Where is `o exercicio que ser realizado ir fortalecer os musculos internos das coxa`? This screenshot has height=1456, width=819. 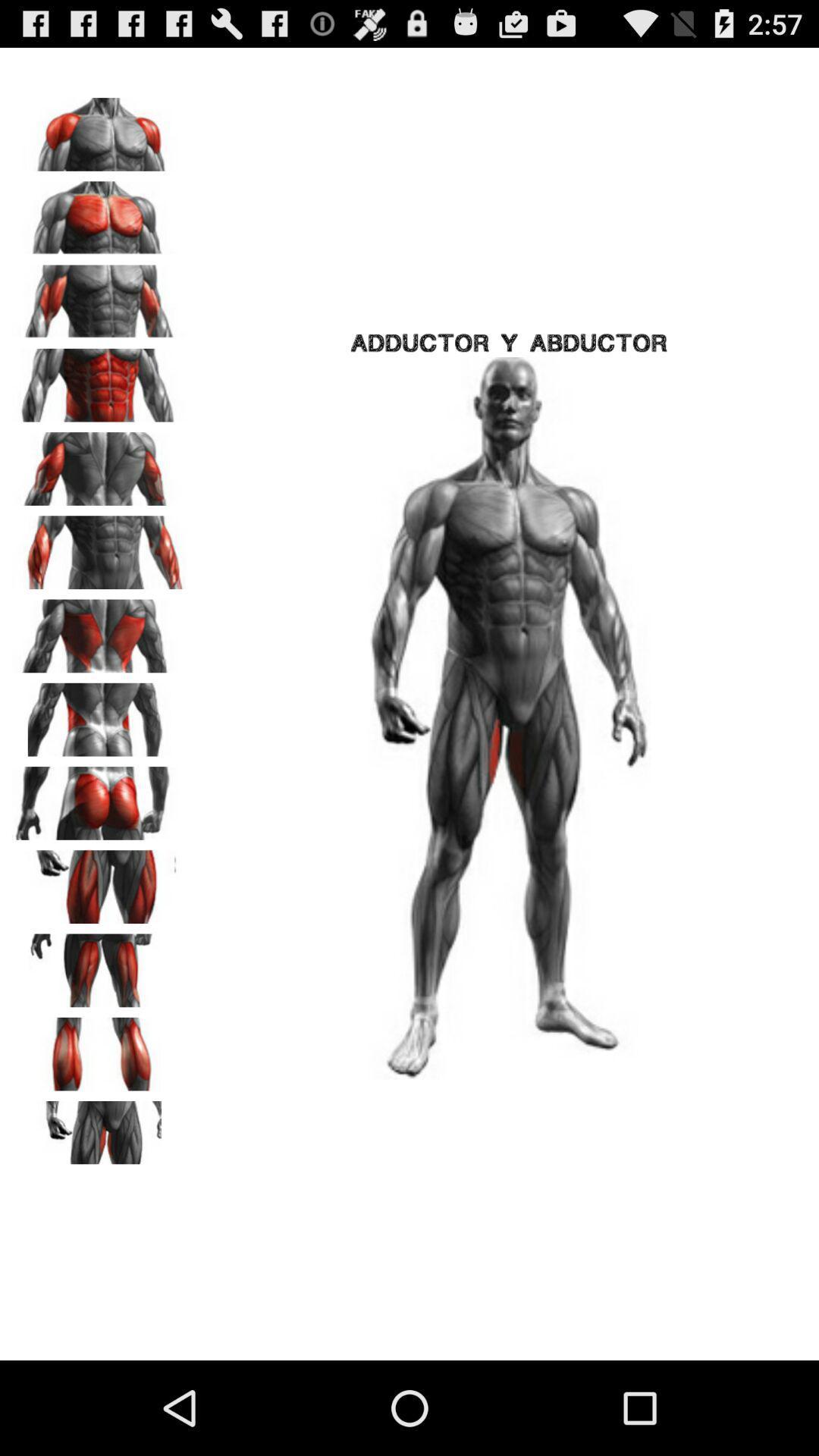 o exercicio que ser realizado ir fortalecer os musculos internos das coxa is located at coordinates (99, 1132).